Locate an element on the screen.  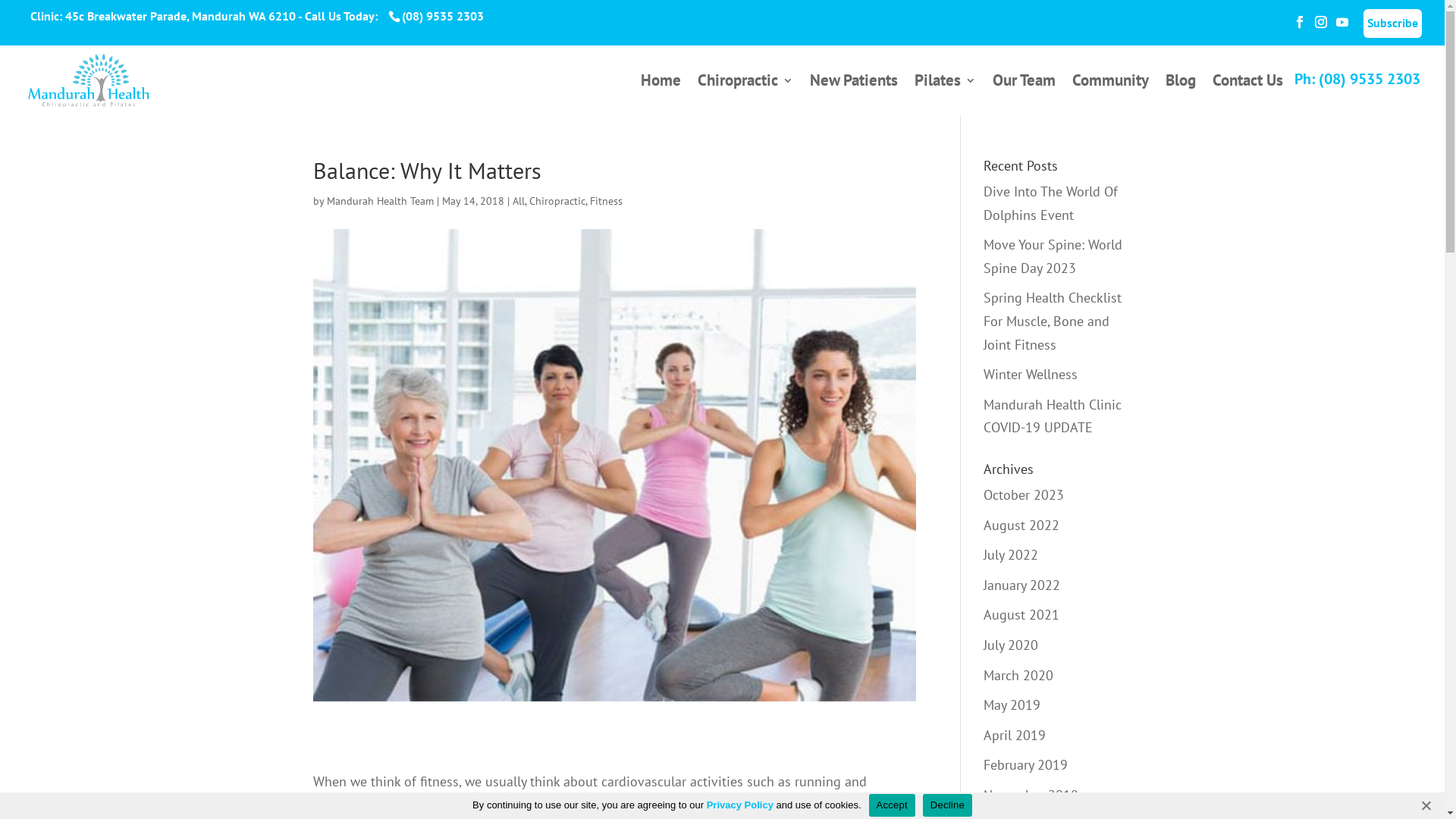
'Decline' is located at coordinates (946, 803).